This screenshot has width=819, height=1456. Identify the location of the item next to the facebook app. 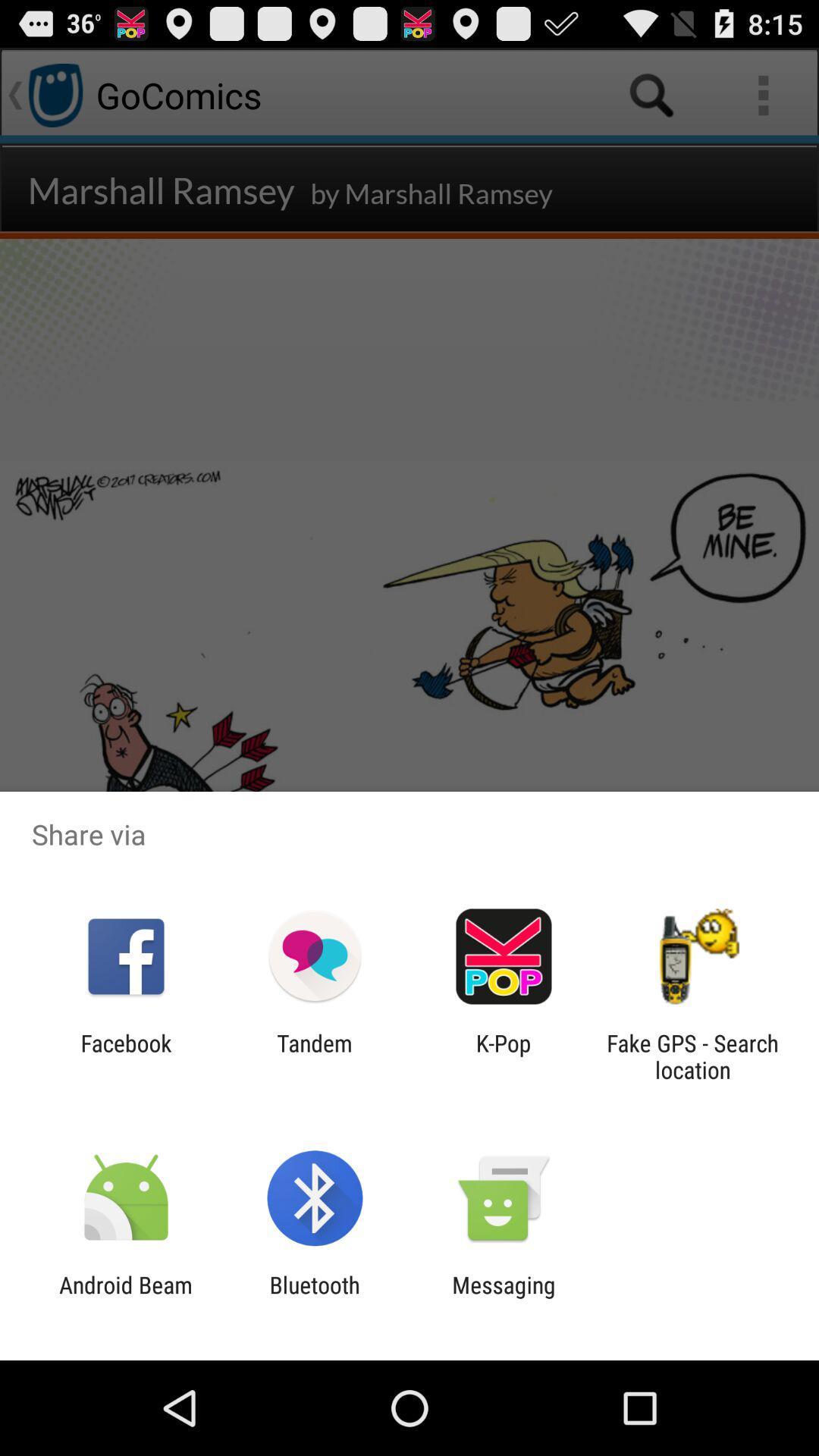
(314, 1056).